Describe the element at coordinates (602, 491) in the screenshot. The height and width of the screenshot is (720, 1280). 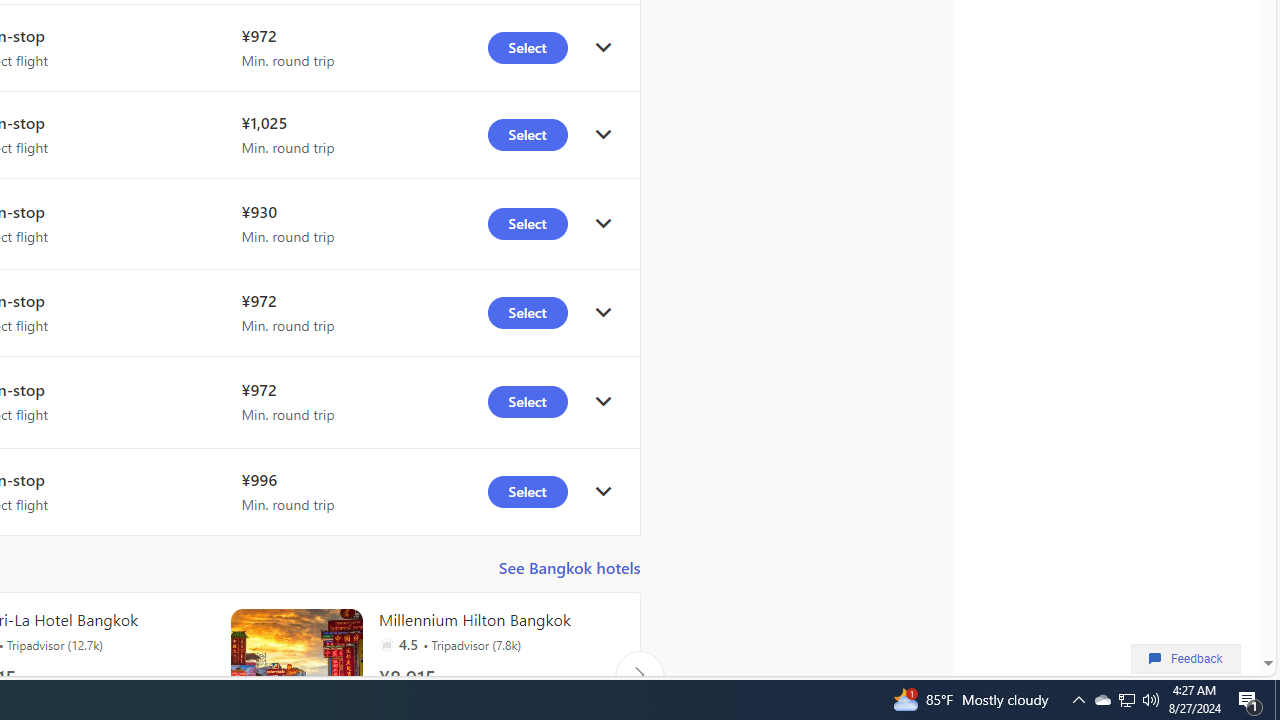
I see `'click to get details'` at that location.